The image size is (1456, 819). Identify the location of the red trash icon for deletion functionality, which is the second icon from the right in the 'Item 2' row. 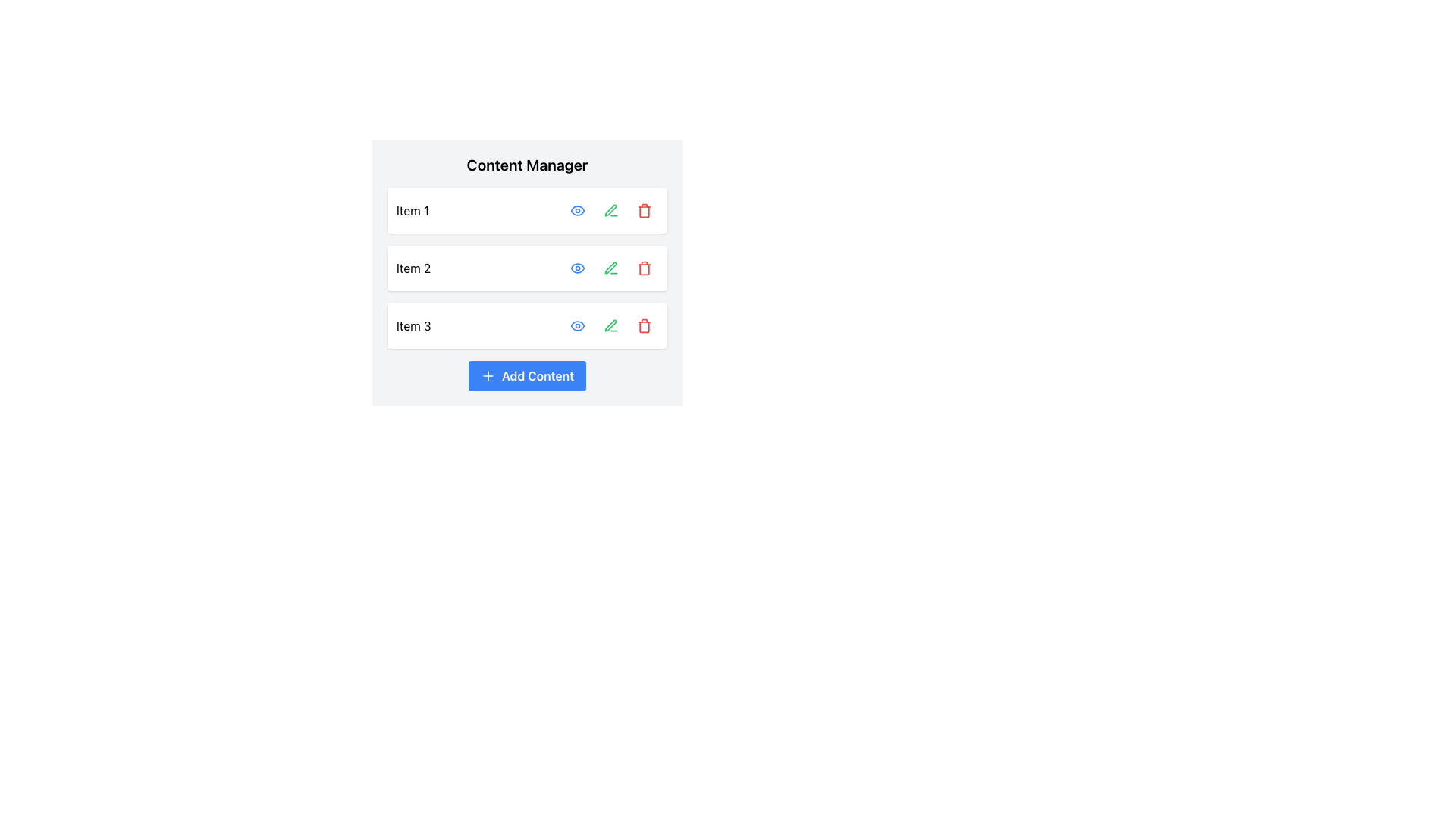
(644, 268).